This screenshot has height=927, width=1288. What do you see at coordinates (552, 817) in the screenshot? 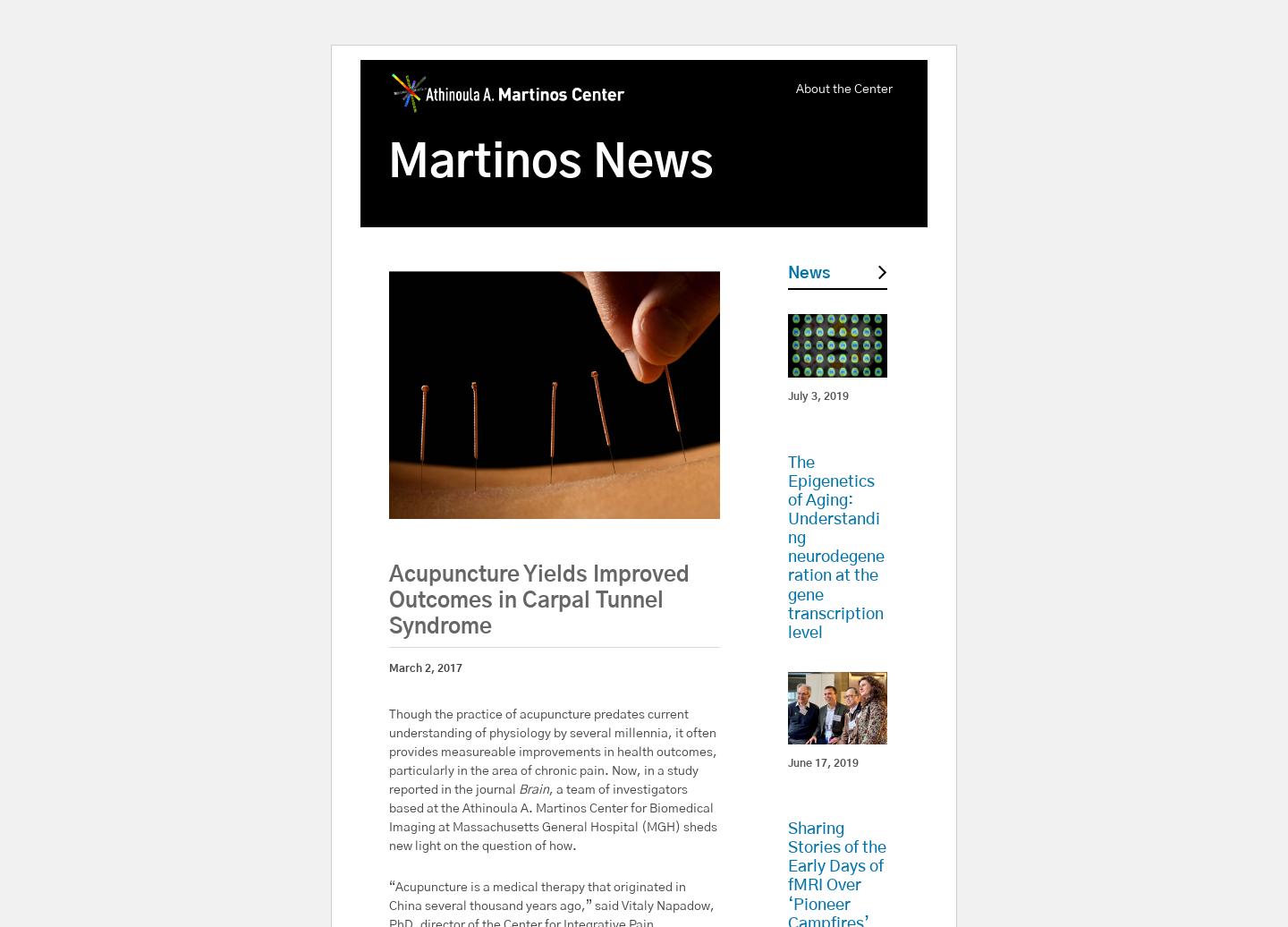
I see `', a team of investigators based at the Athinoula A. Martinos Center for Biomedical Imaging at Massachusetts General Hospital (MGH) sheds new light on the question of how.'` at bounding box center [552, 817].